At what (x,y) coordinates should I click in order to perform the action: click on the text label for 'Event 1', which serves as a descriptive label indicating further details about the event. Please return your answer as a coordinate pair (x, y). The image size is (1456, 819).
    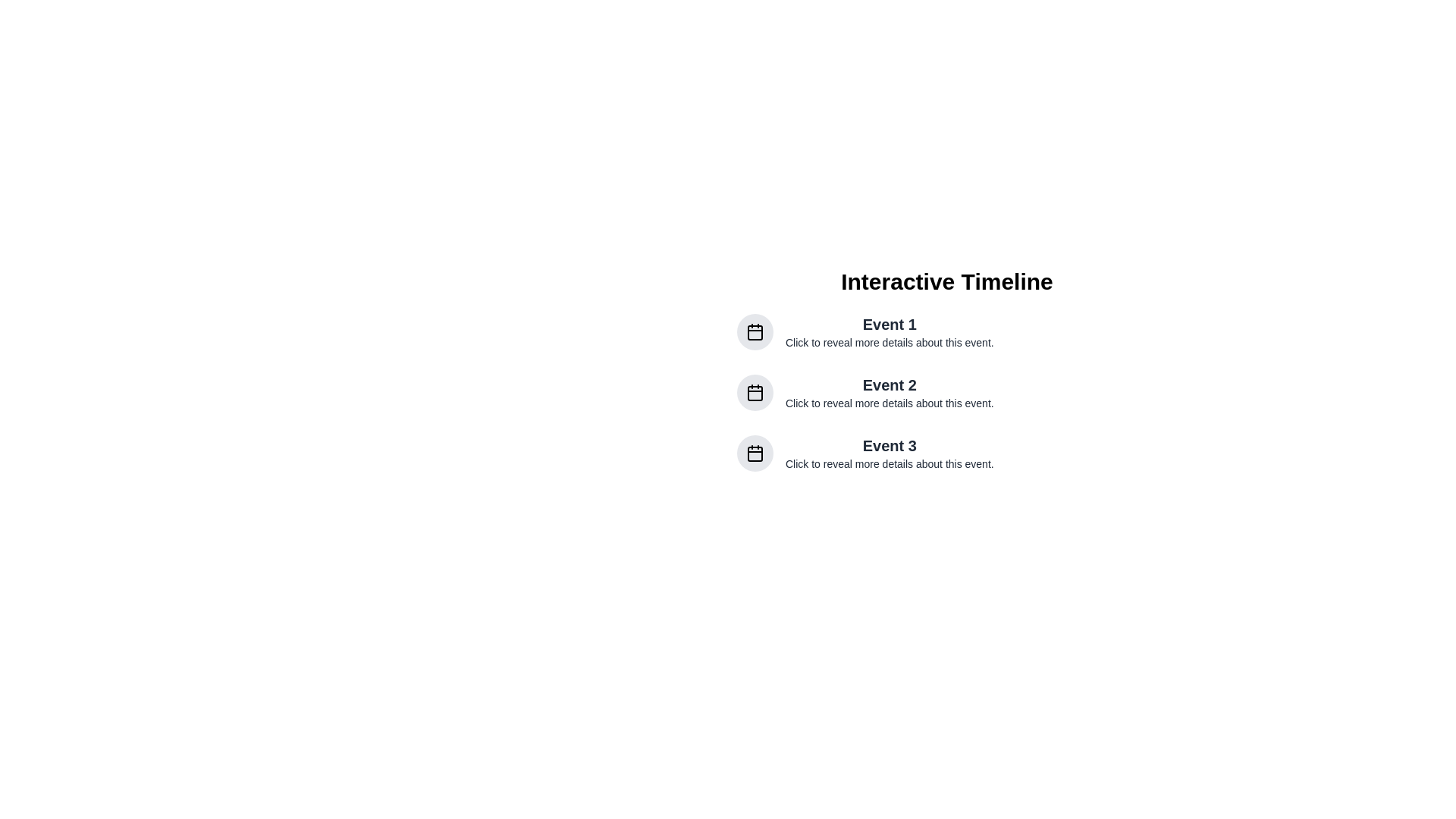
    Looking at the image, I should click on (890, 331).